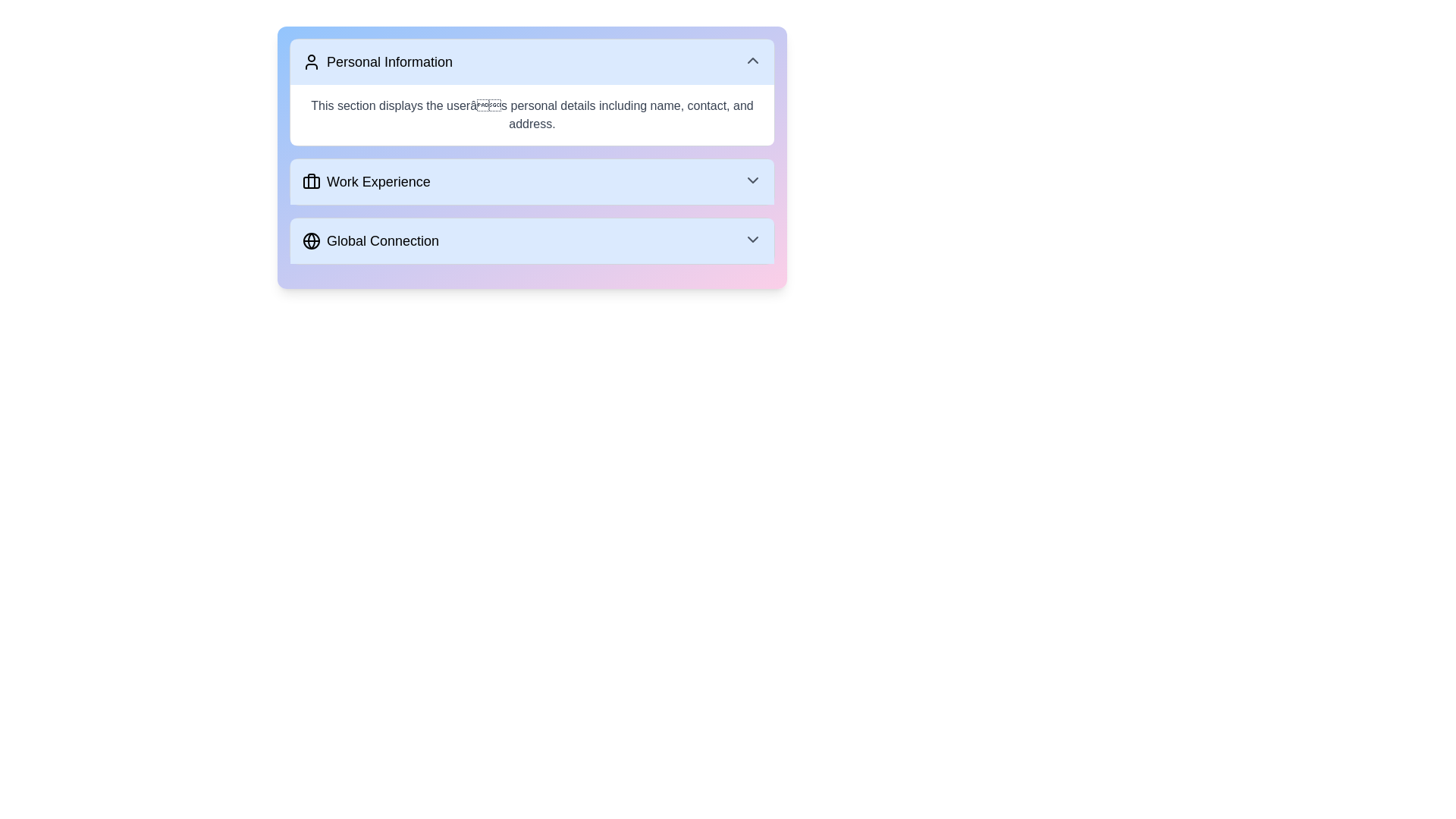 This screenshot has height=819, width=1456. I want to click on text of the Label or Header with Icon that introduces the 'Personal Information' content in the collapsible section, so click(378, 61).